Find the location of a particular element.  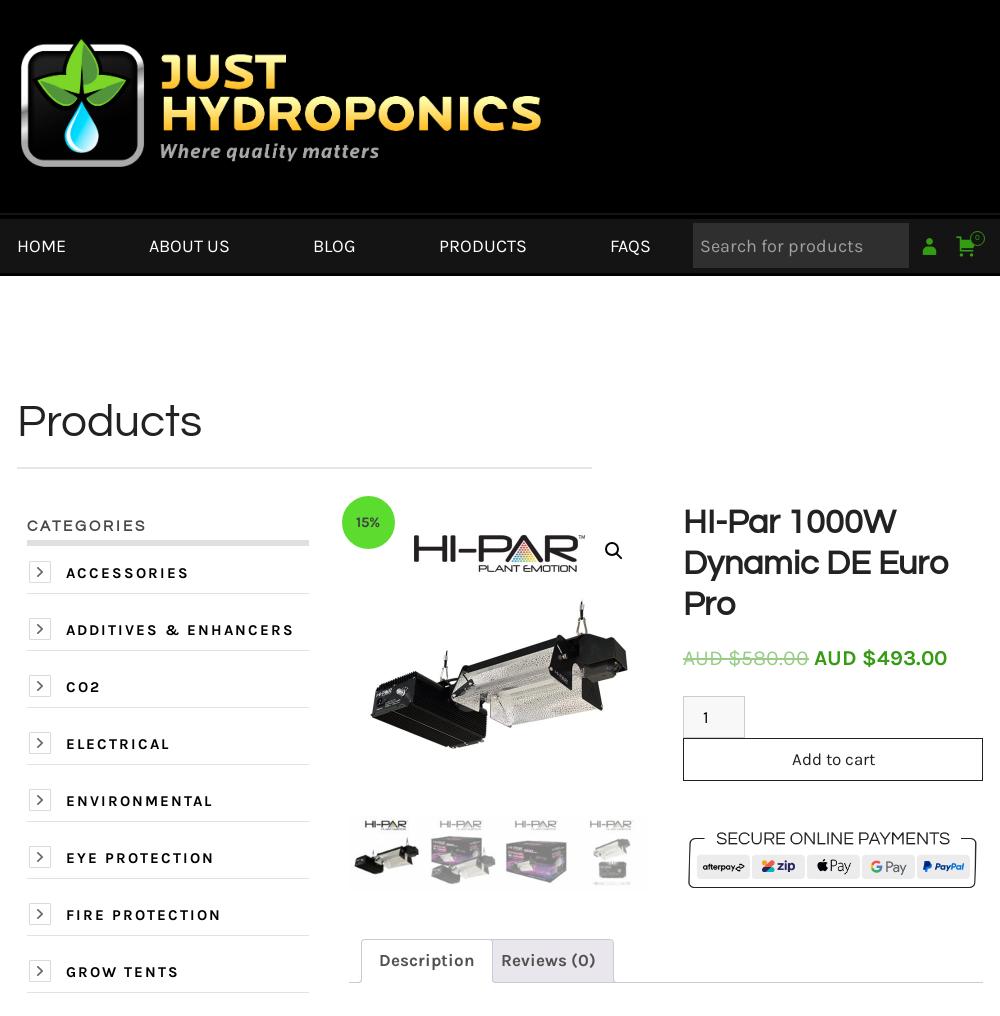

'Electrical' is located at coordinates (65, 744).